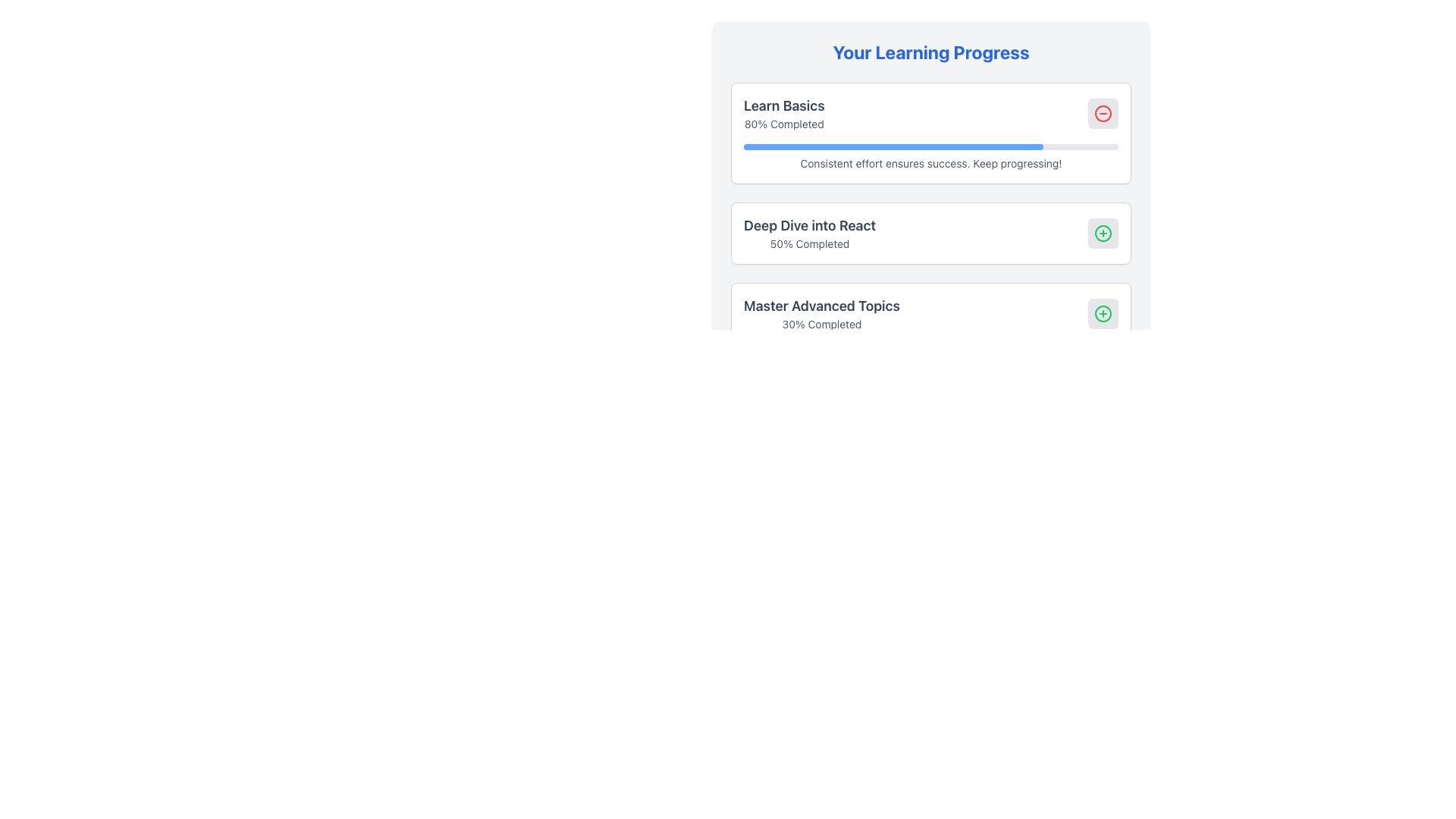  I want to click on the small circular shape with a green outline that is part of the SVG illustration, positioned at the right side of the 'Master Advanced Topics' progress bar in the 'Your Learning Progress' section, so click(1103, 312).